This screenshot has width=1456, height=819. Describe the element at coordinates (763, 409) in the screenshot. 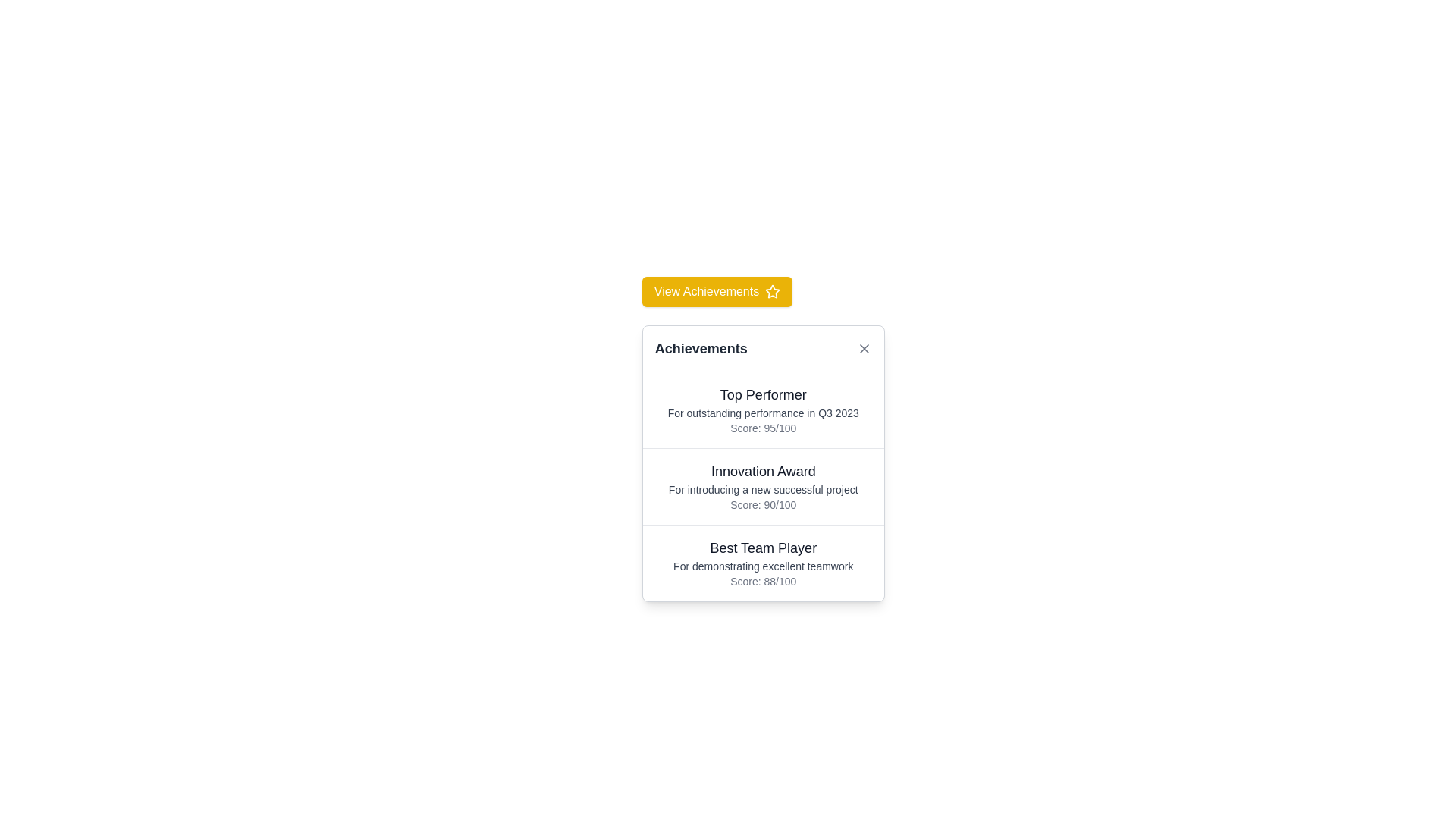

I see `information presented in the 'Top Performer' Informational Display Block, which includes the heading and performance score` at that location.